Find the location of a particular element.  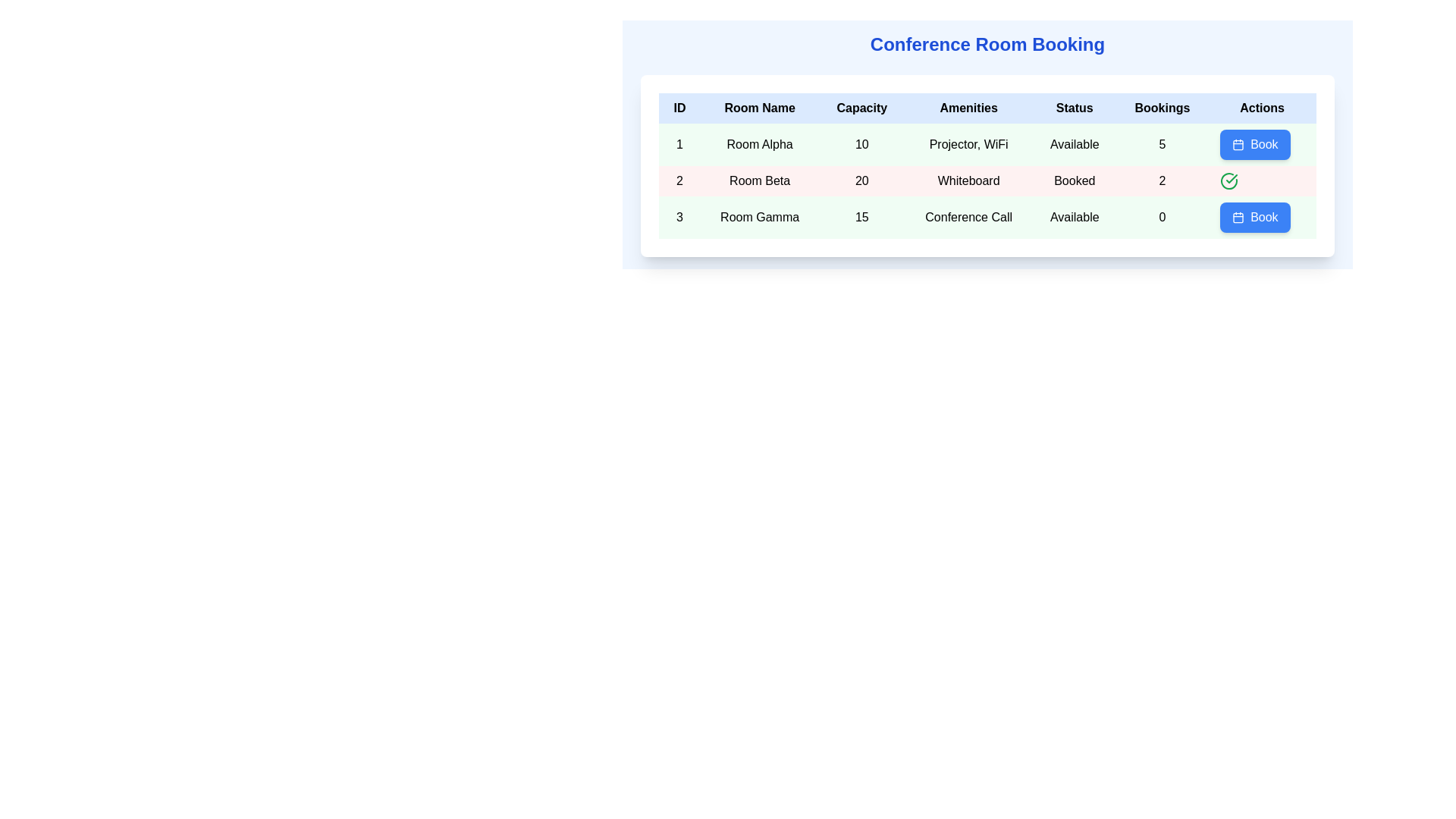

the static text label displaying 'Available' in bold font, which is the fifth item in the third row of the table labeled 'Room Gamma', under the 'Status' column is located at coordinates (1074, 217).